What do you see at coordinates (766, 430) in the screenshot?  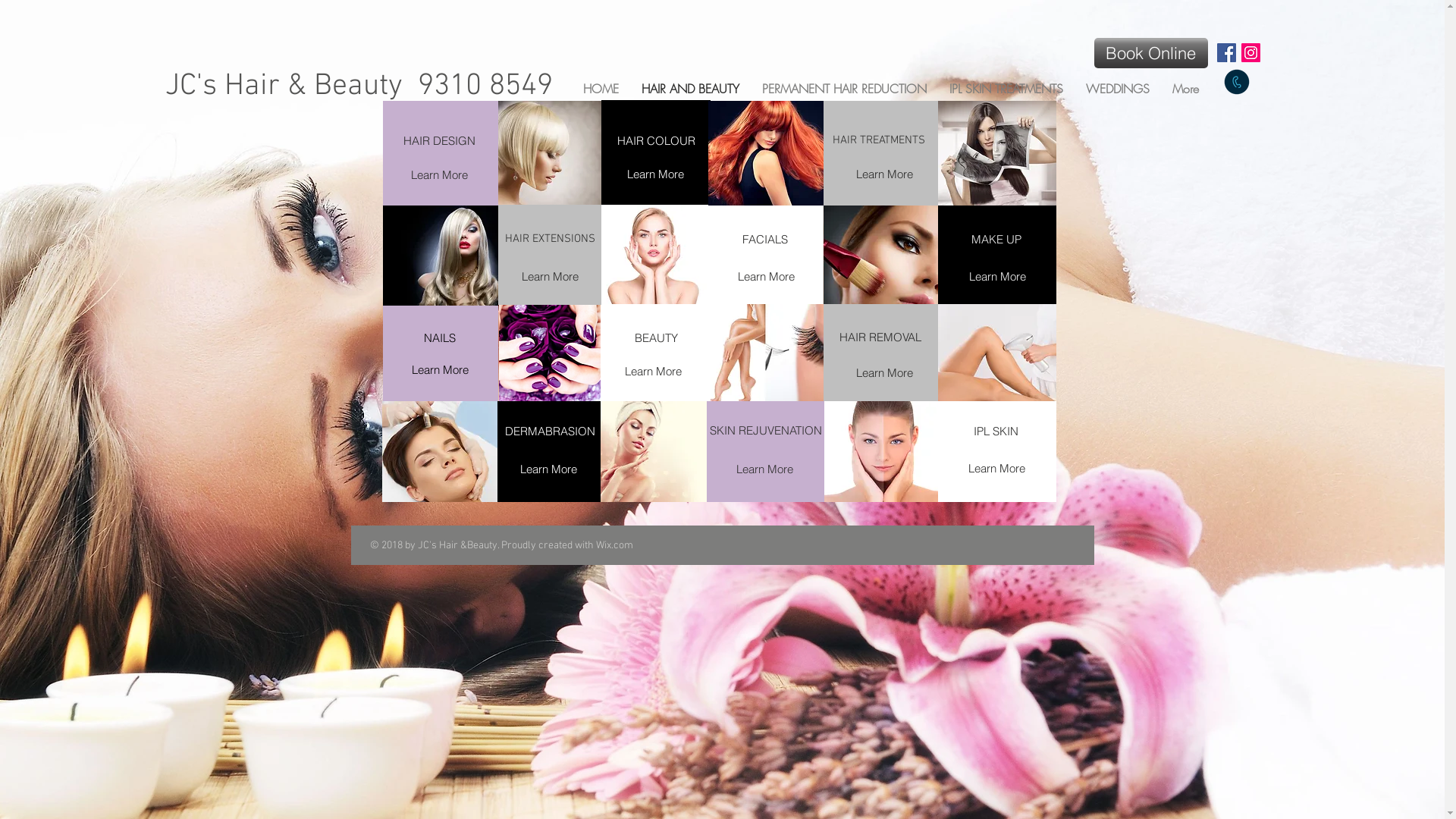 I see `'SKIN REJUVENATION'` at bounding box center [766, 430].